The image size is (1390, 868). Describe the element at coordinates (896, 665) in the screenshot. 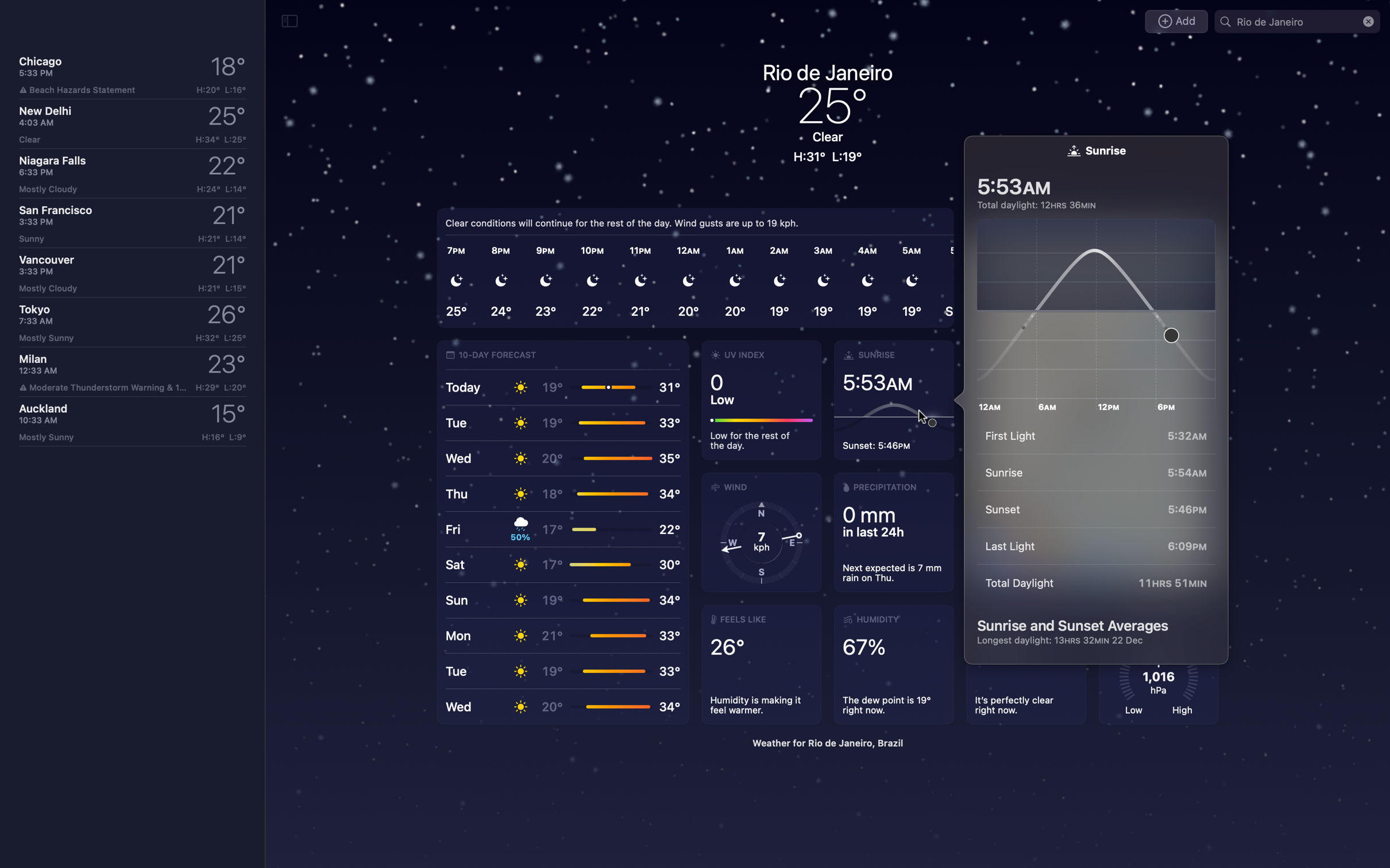

I see `Investigate further data on humidity` at that location.